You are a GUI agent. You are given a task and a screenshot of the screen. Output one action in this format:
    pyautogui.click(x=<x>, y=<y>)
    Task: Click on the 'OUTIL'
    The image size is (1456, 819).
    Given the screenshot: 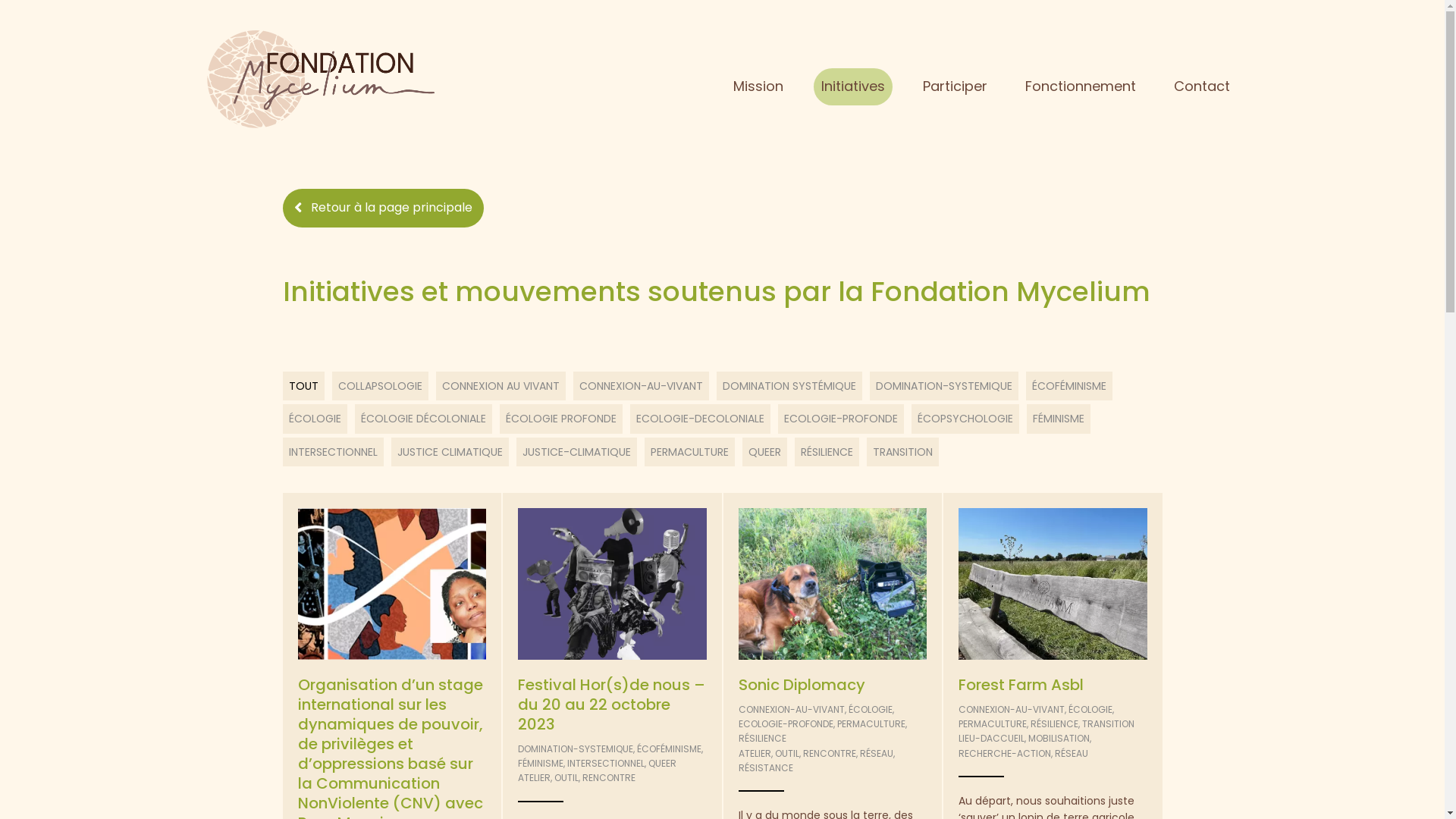 What is the action you would take?
    pyautogui.click(x=786, y=753)
    